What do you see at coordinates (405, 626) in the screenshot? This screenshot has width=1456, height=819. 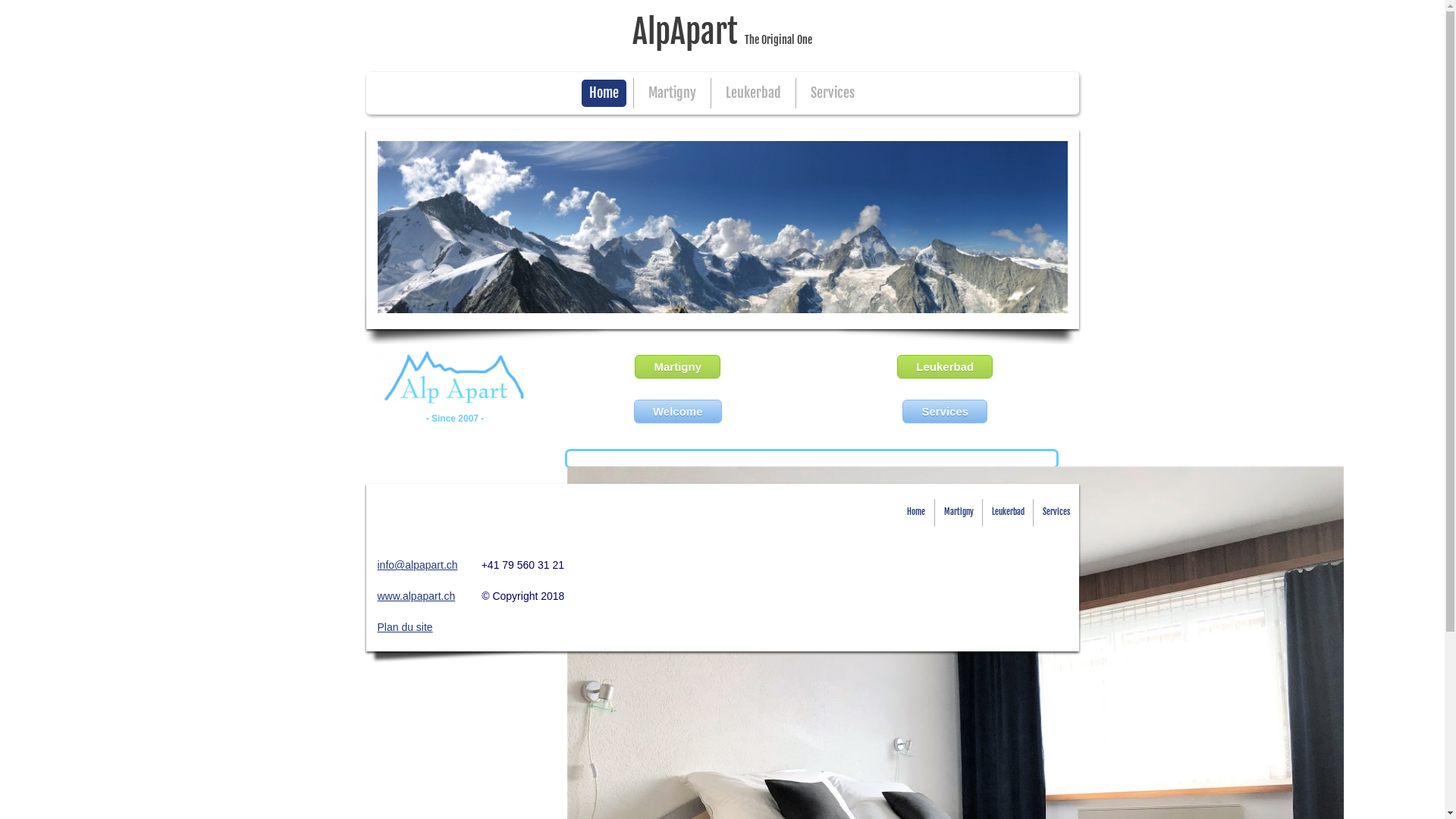 I see `'Plan du site'` at bounding box center [405, 626].